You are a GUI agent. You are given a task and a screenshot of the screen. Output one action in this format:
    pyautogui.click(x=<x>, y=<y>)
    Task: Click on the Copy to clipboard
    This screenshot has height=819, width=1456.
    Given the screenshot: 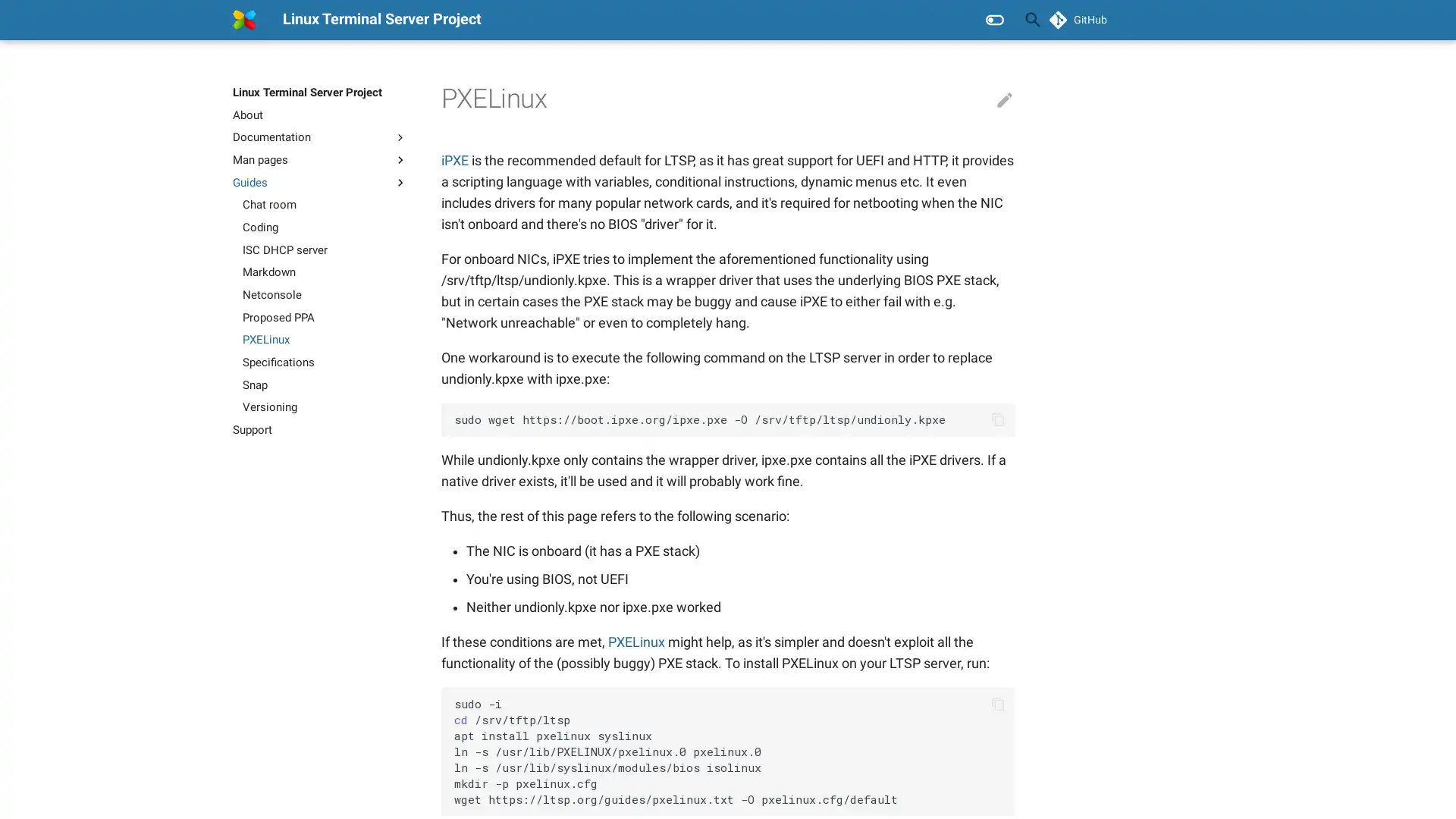 What is the action you would take?
    pyautogui.click(x=997, y=704)
    